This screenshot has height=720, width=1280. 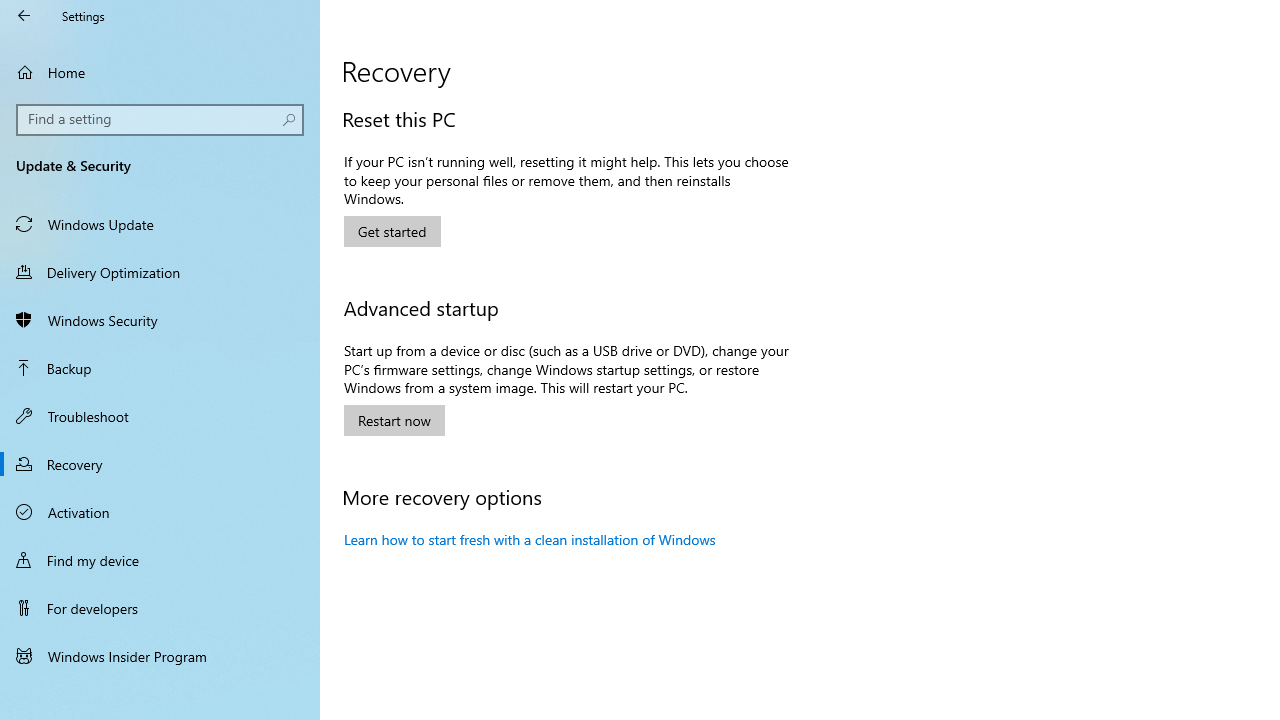 What do you see at coordinates (160, 464) in the screenshot?
I see `'Recovery'` at bounding box center [160, 464].